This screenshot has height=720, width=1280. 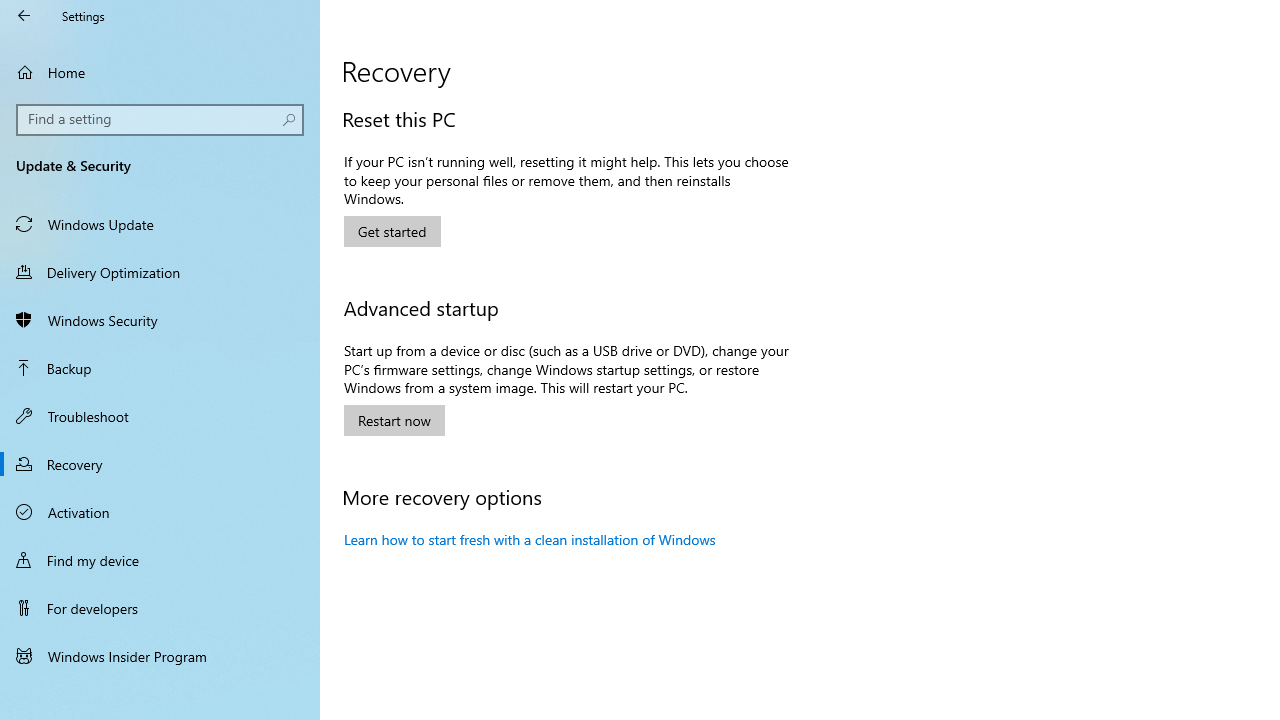 What do you see at coordinates (160, 464) in the screenshot?
I see `'Recovery'` at bounding box center [160, 464].